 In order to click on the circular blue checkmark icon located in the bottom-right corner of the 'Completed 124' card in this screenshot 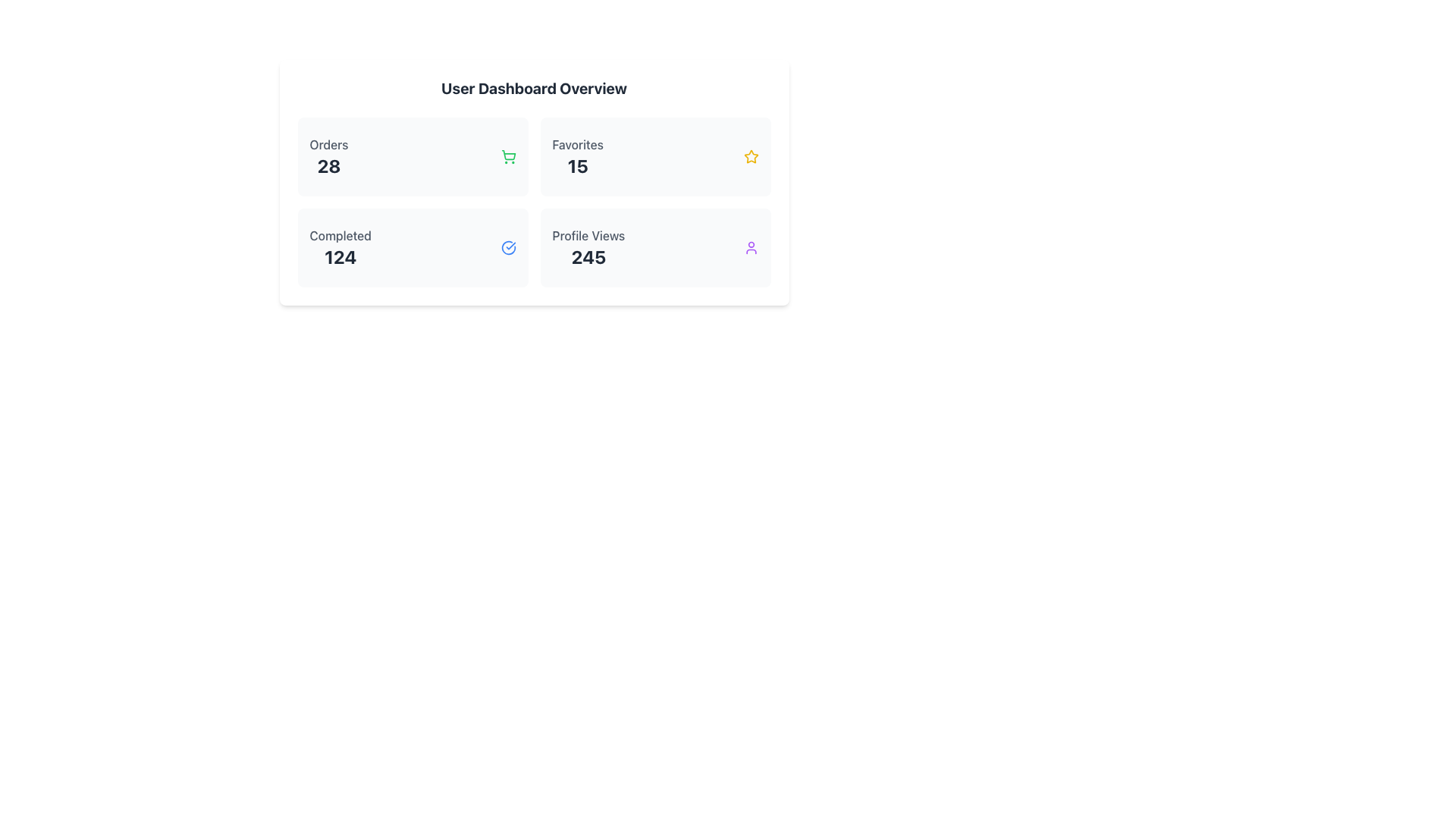, I will do `click(508, 247)`.